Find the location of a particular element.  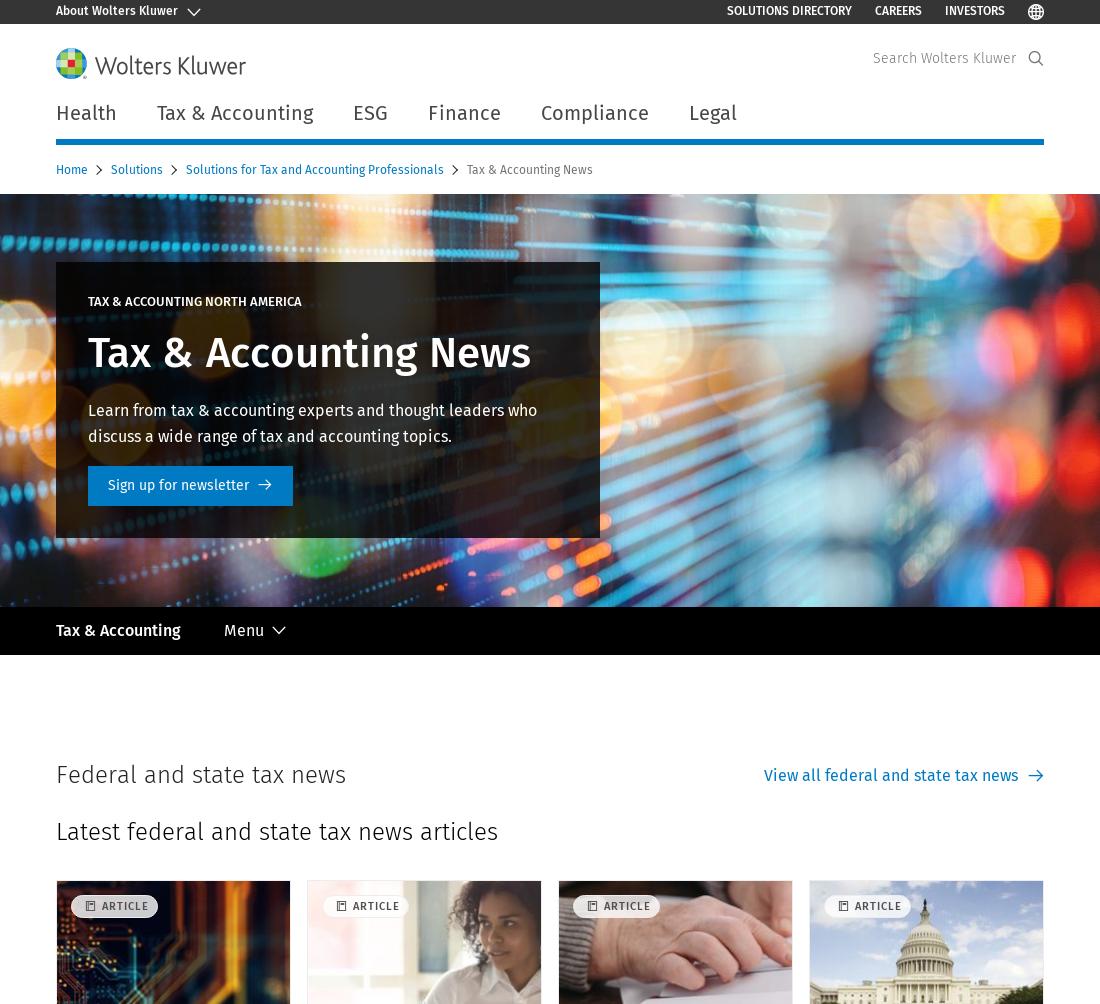

'Compliance' is located at coordinates (593, 112).